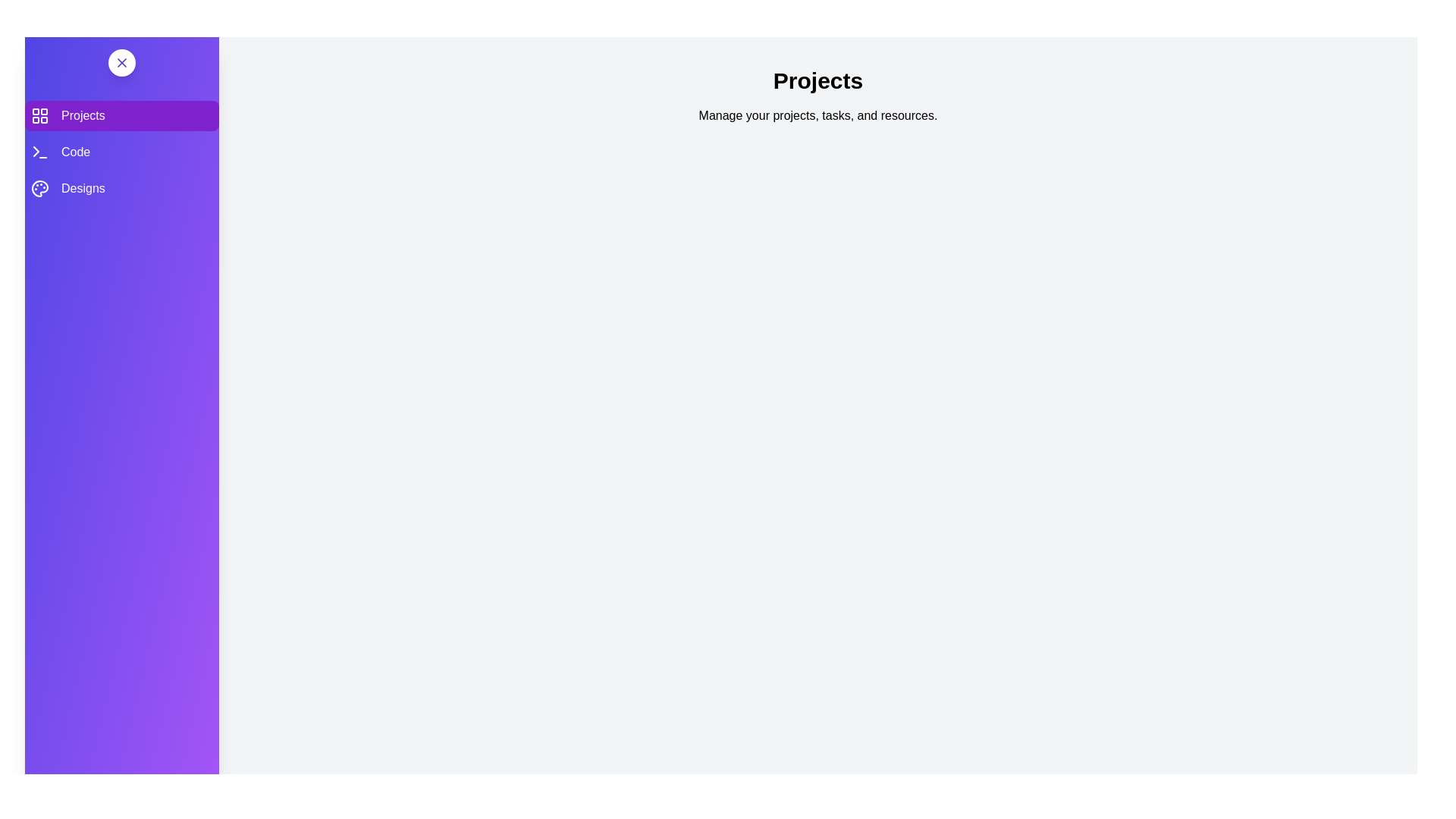  I want to click on the tab labeled Projects to select it, so click(122, 115).